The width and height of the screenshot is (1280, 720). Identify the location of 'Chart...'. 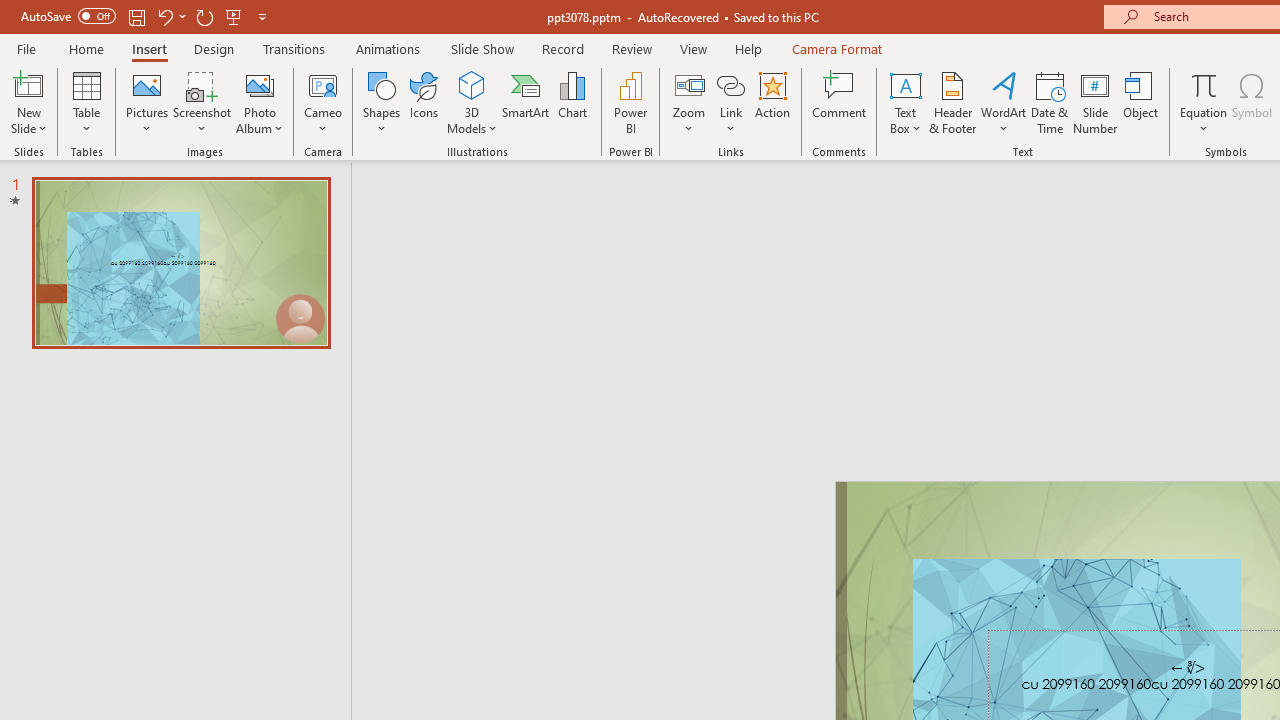
(571, 103).